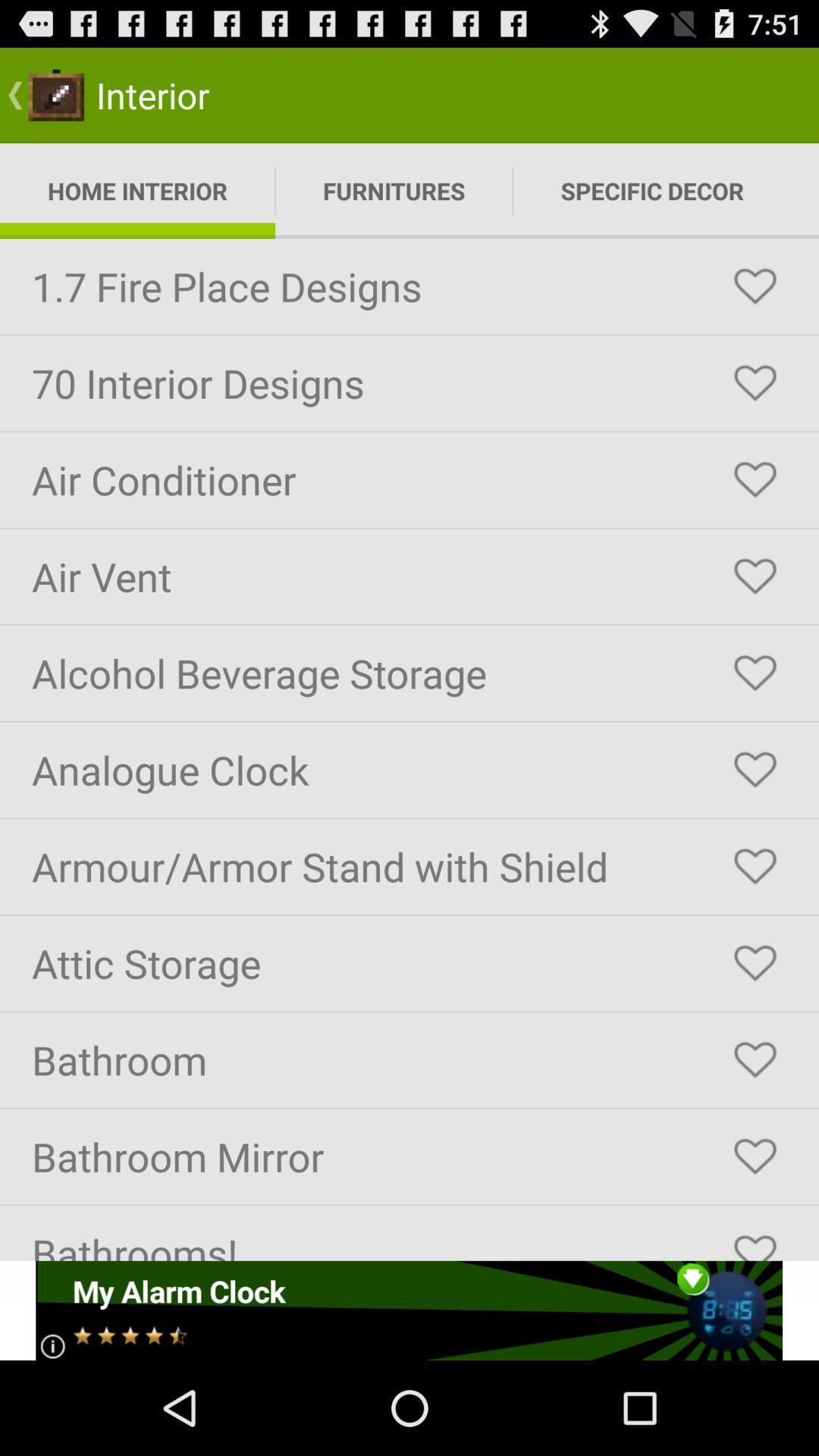 Image resolution: width=819 pixels, height=1456 pixels. What do you see at coordinates (408, 1310) in the screenshot?
I see `advertisement` at bounding box center [408, 1310].